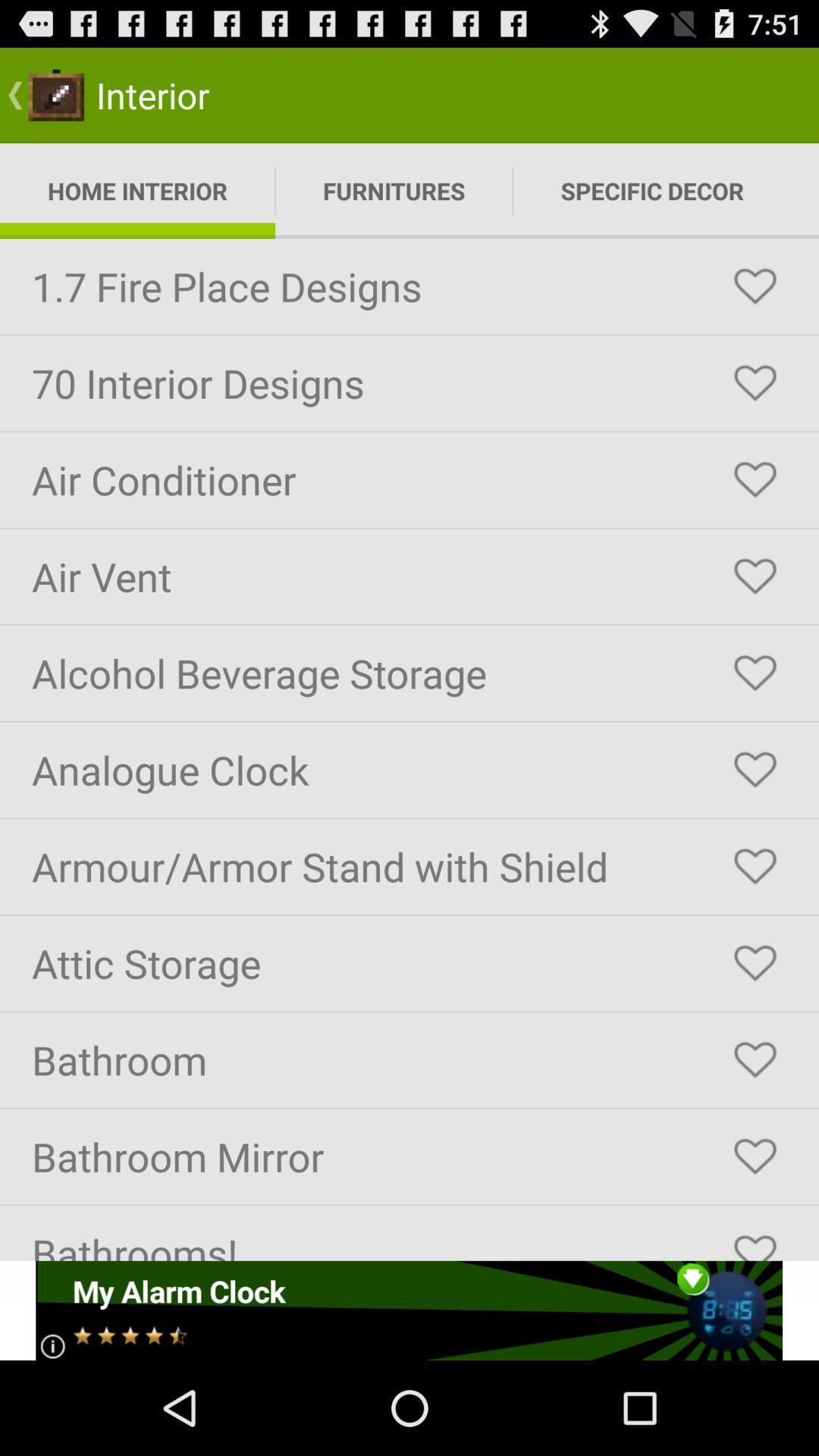 Image resolution: width=819 pixels, height=1456 pixels. What do you see at coordinates (408, 1310) in the screenshot?
I see `advertisement` at bounding box center [408, 1310].